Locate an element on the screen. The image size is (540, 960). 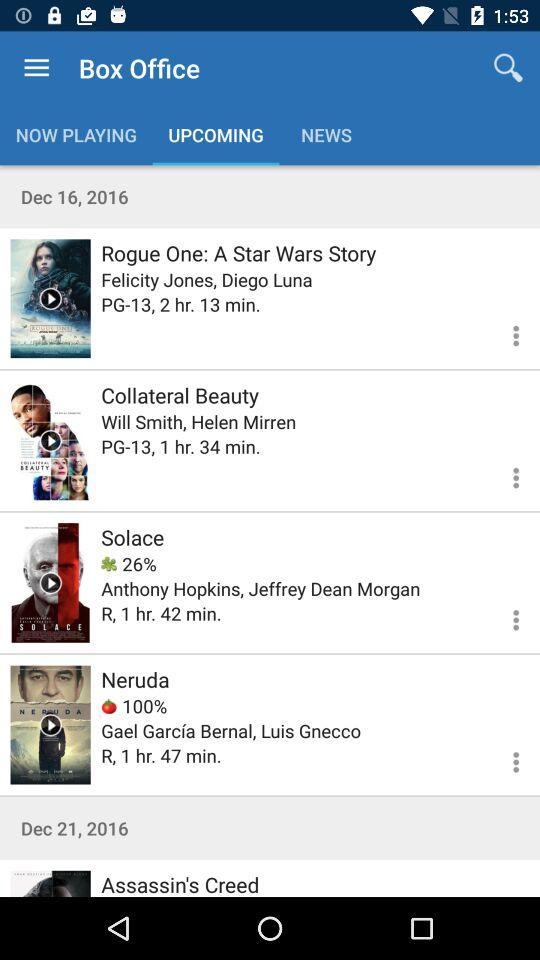
more options is located at coordinates (503, 475).